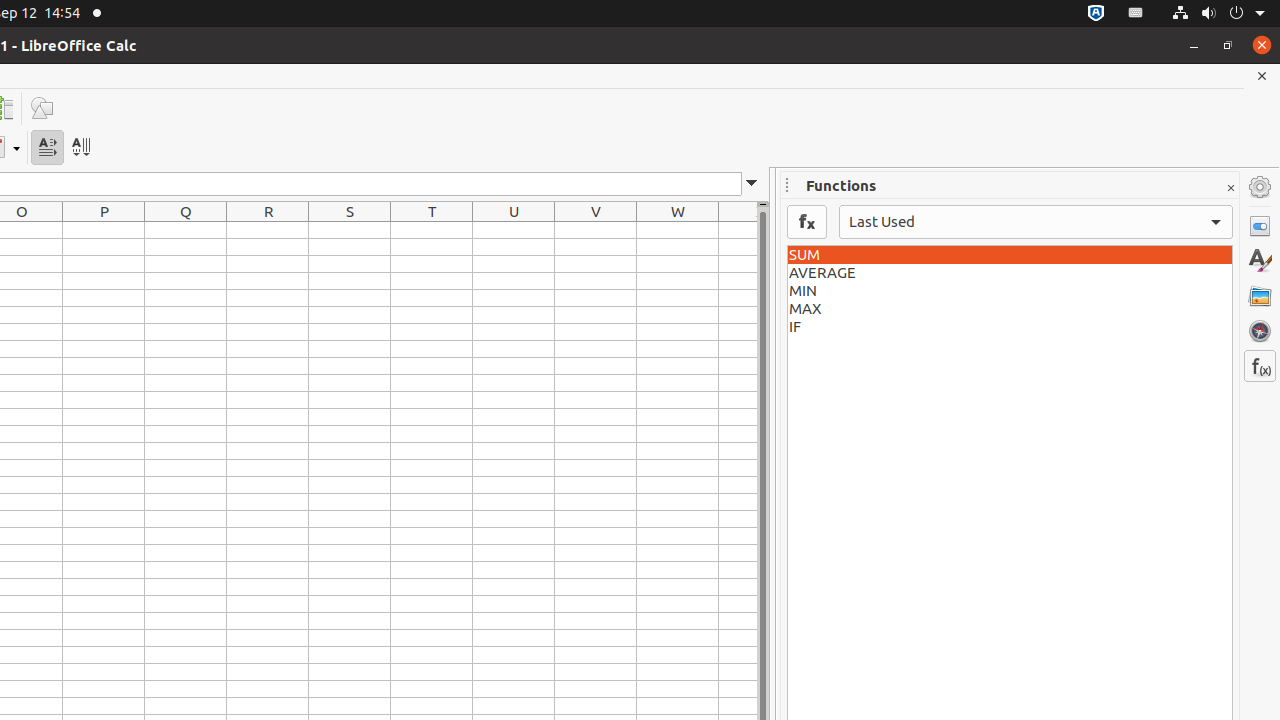 The image size is (1280, 720). Describe the element at coordinates (514, 229) in the screenshot. I see `'U1'` at that location.